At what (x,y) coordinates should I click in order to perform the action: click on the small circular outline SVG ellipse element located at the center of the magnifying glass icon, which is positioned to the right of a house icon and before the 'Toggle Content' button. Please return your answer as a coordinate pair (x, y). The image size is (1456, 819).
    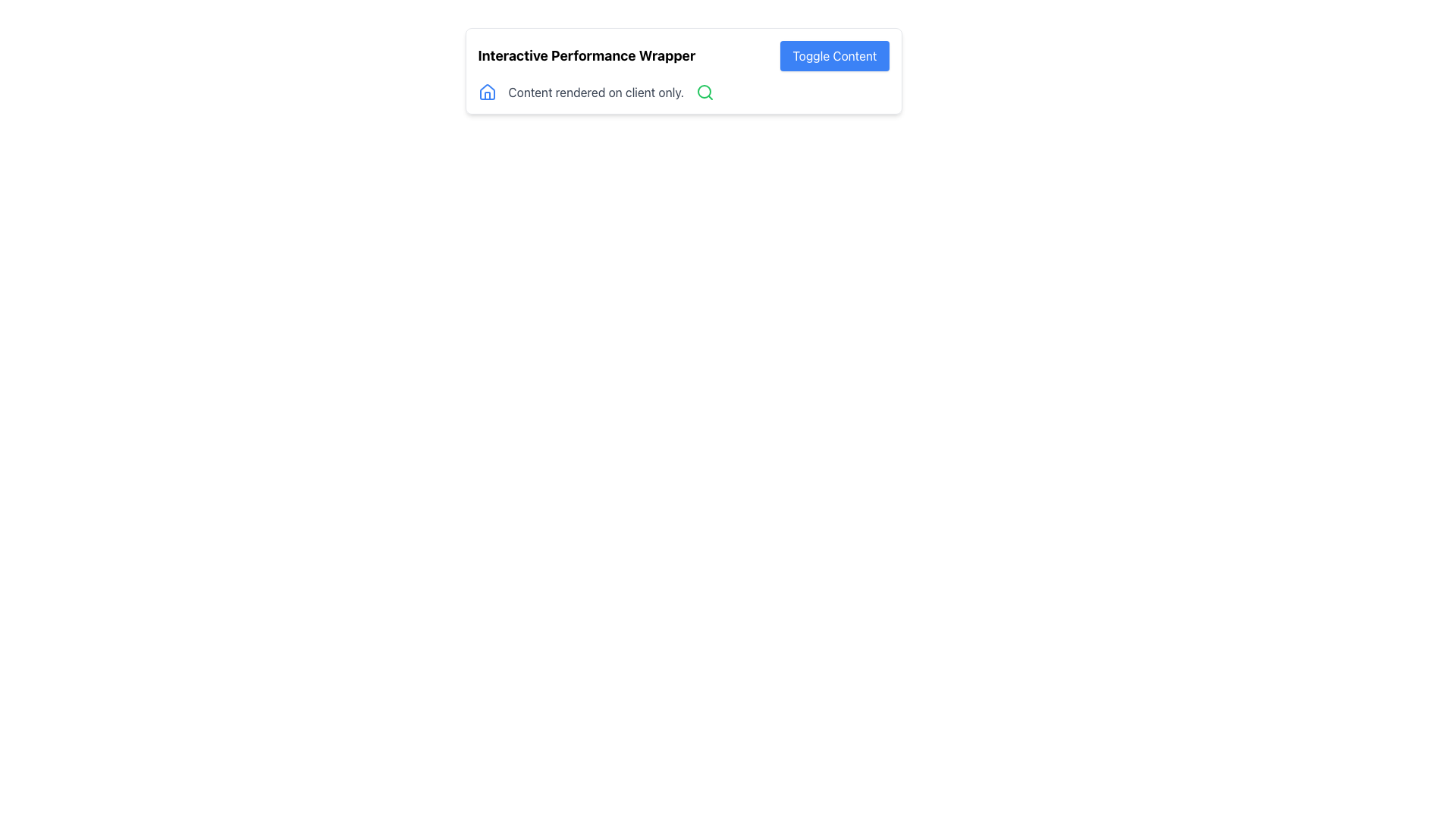
    Looking at the image, I should click on (704, 91).